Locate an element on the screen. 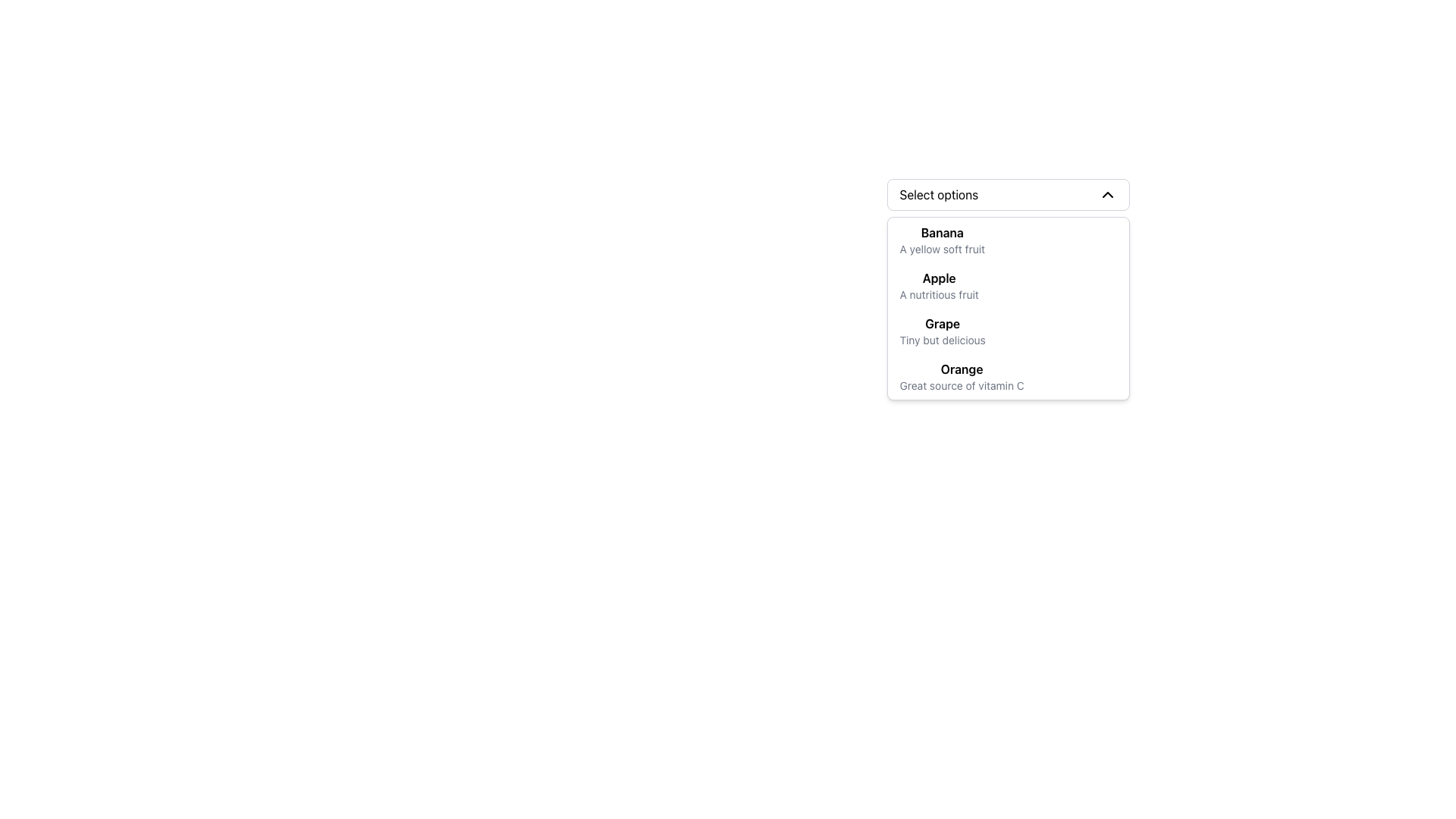  the first list item in the dropdown menu labeled 'Banana' is located at coordinates (1008, 239).